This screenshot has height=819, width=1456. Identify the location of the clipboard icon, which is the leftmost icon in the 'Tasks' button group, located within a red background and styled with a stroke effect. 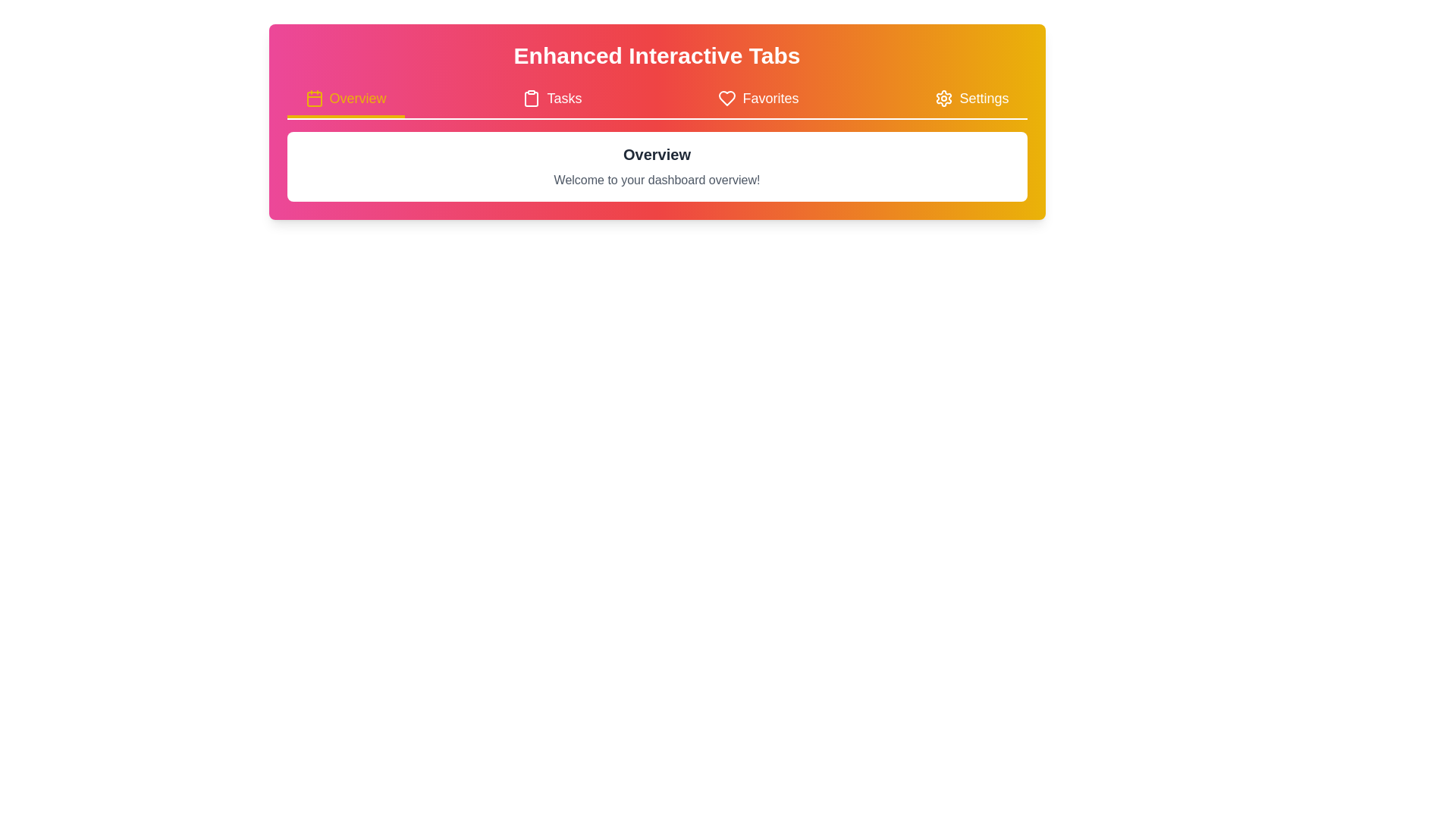
(532, 99).